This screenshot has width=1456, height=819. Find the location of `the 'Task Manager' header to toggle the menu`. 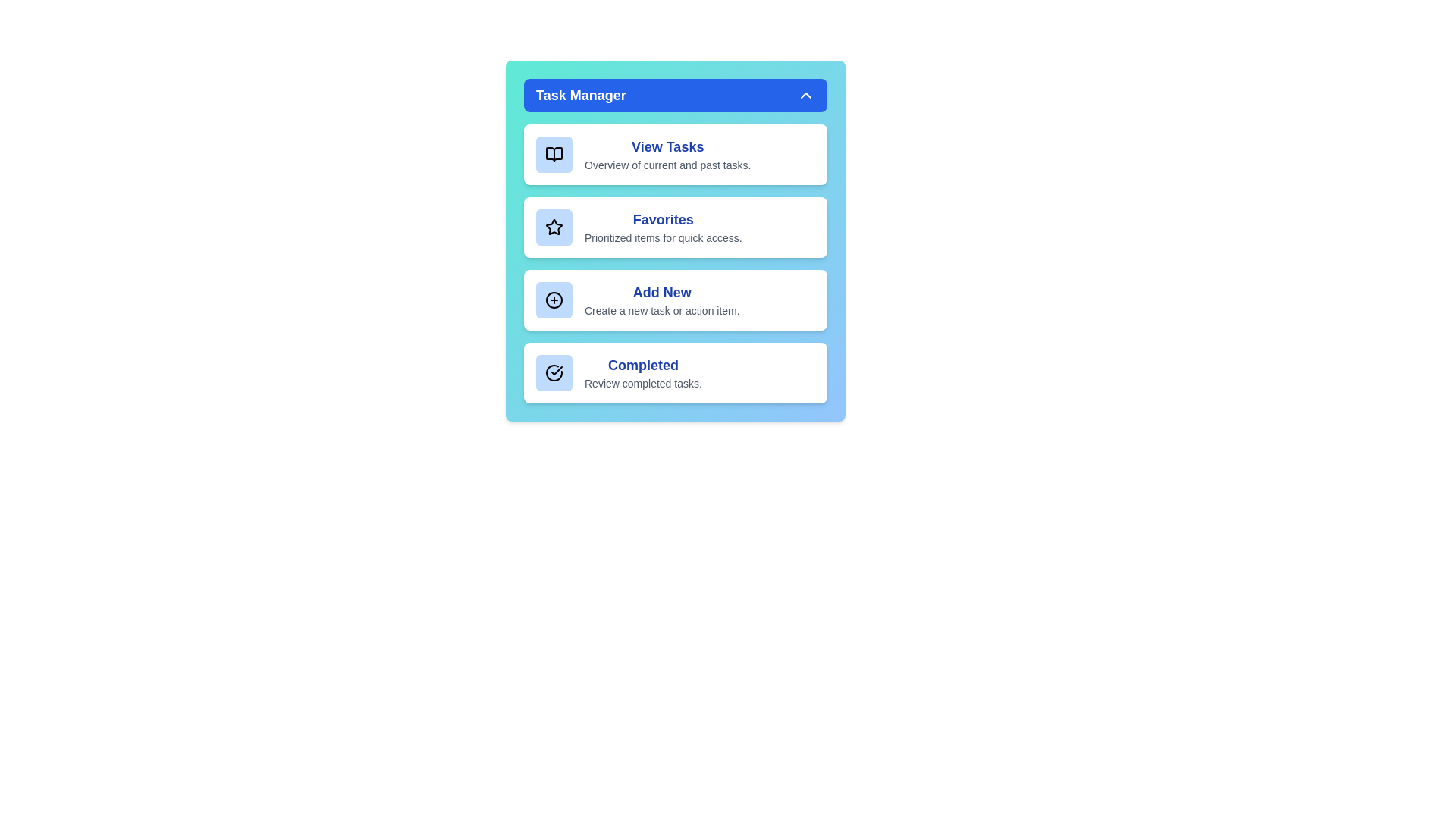

the 'Task Manager' header to toggle the menu is located at coordinates (675, 96).